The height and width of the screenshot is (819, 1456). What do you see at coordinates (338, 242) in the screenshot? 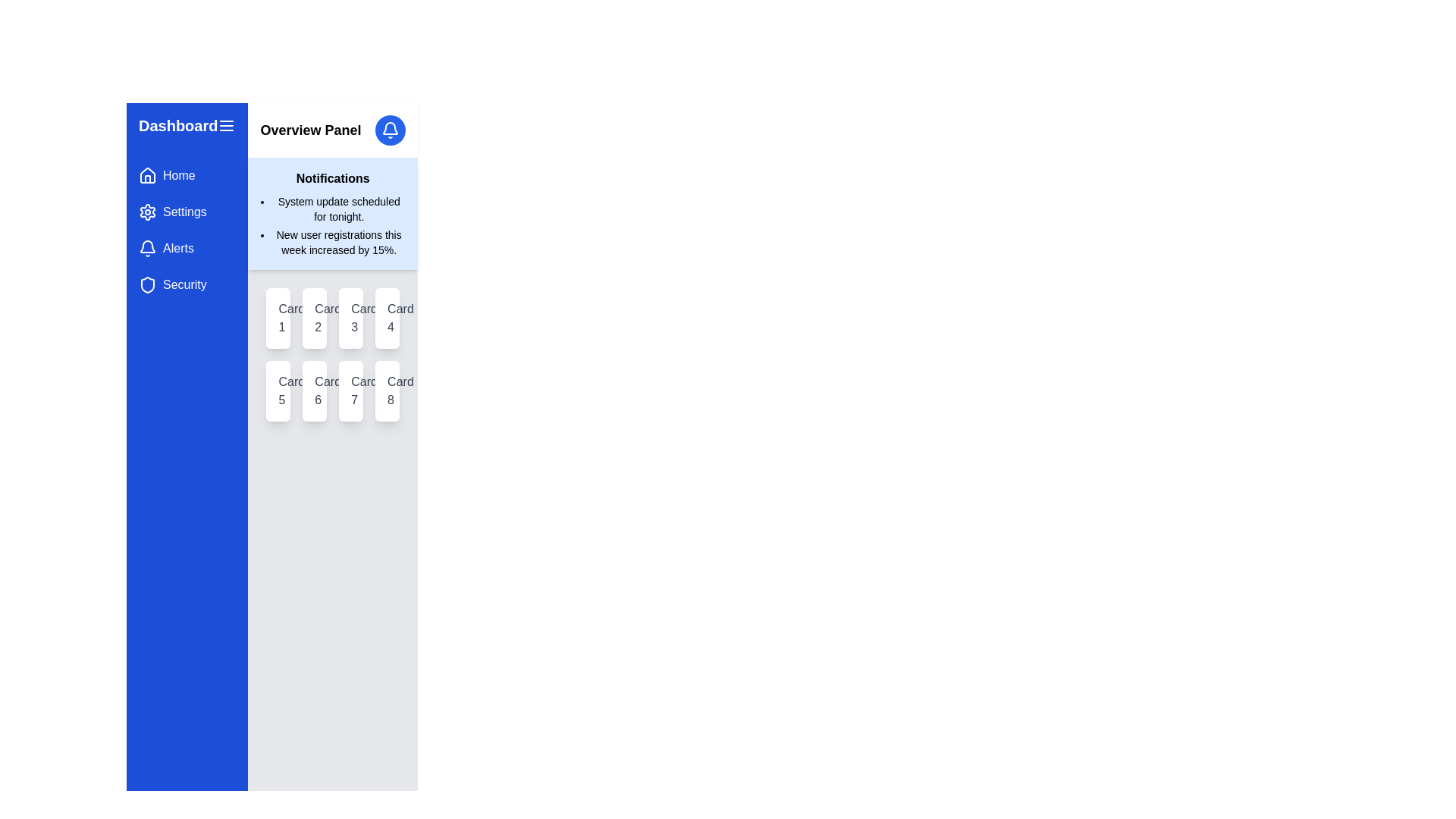
I see `the informational text in the 'Overview Panel' section that notifies about the increase in user registrations, located beneath the title 'Notifications'` at bounding box center [338, 242].